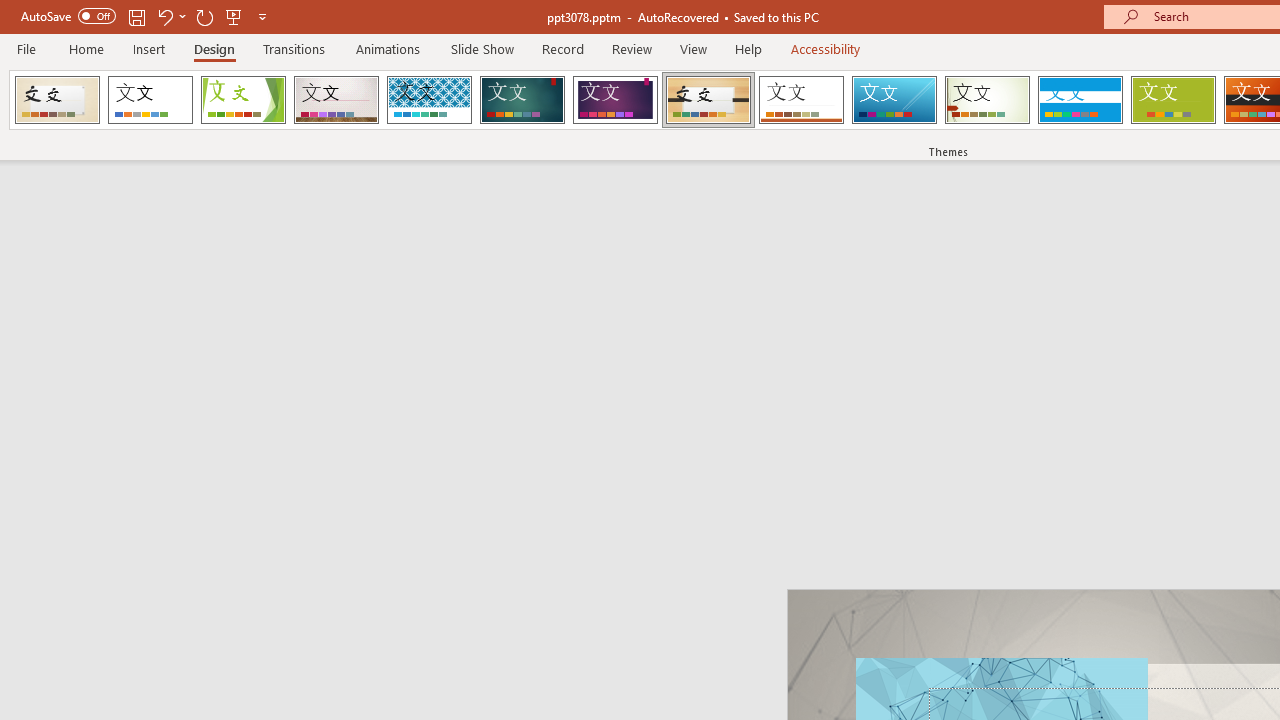  Describe the element at coordinates (242, 100) in the screenshot. I see `'Facet'` at that location.